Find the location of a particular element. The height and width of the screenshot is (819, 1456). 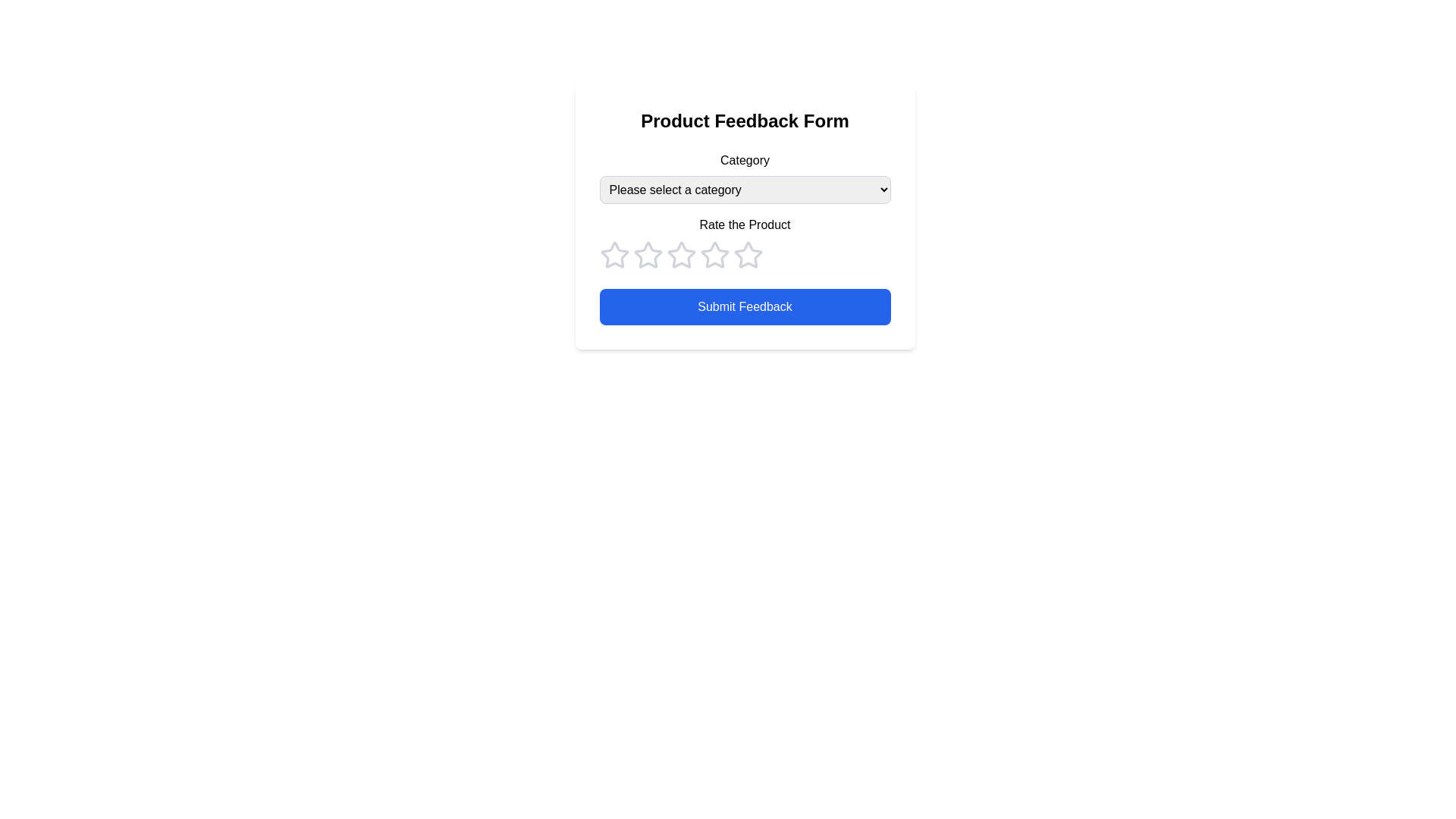

the second star icon in the five-star rating system is located at coordinates (680, 254).